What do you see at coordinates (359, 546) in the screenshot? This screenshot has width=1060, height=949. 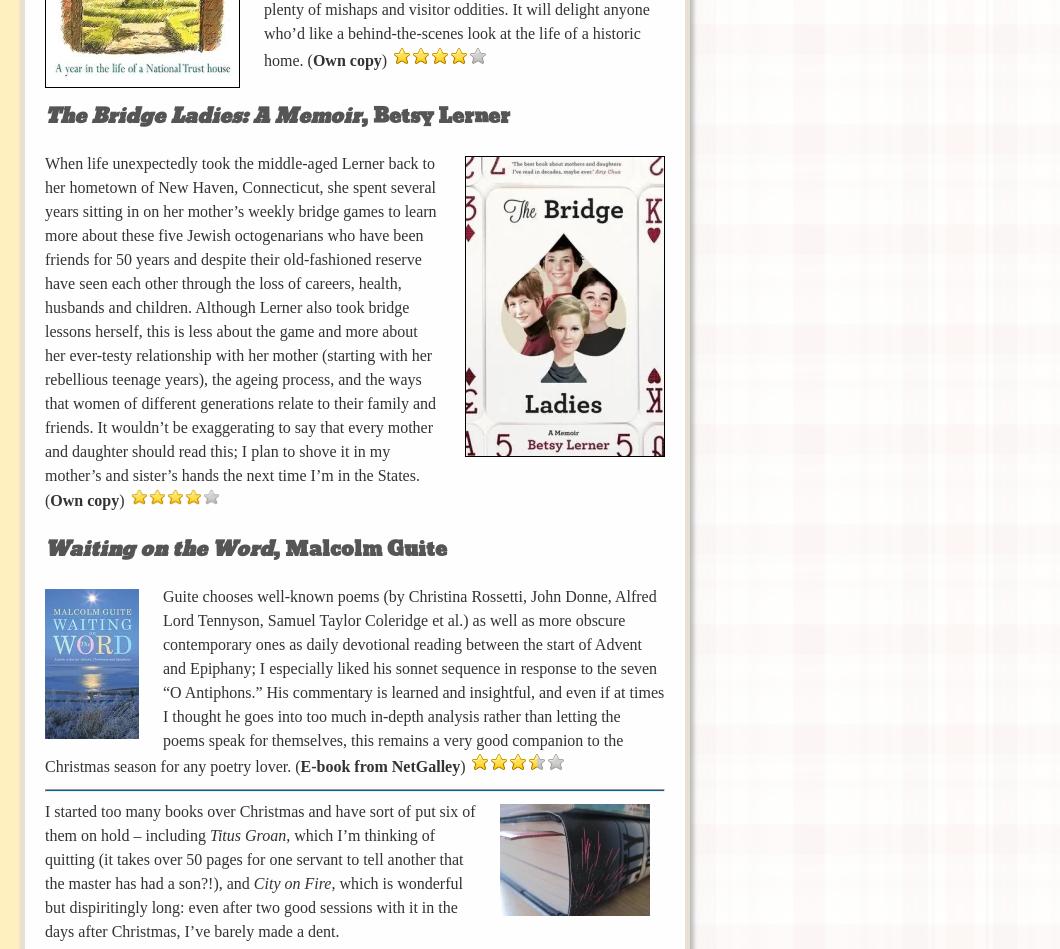 I see `', Malcolm Guite'` at bounding box center [359, 546].